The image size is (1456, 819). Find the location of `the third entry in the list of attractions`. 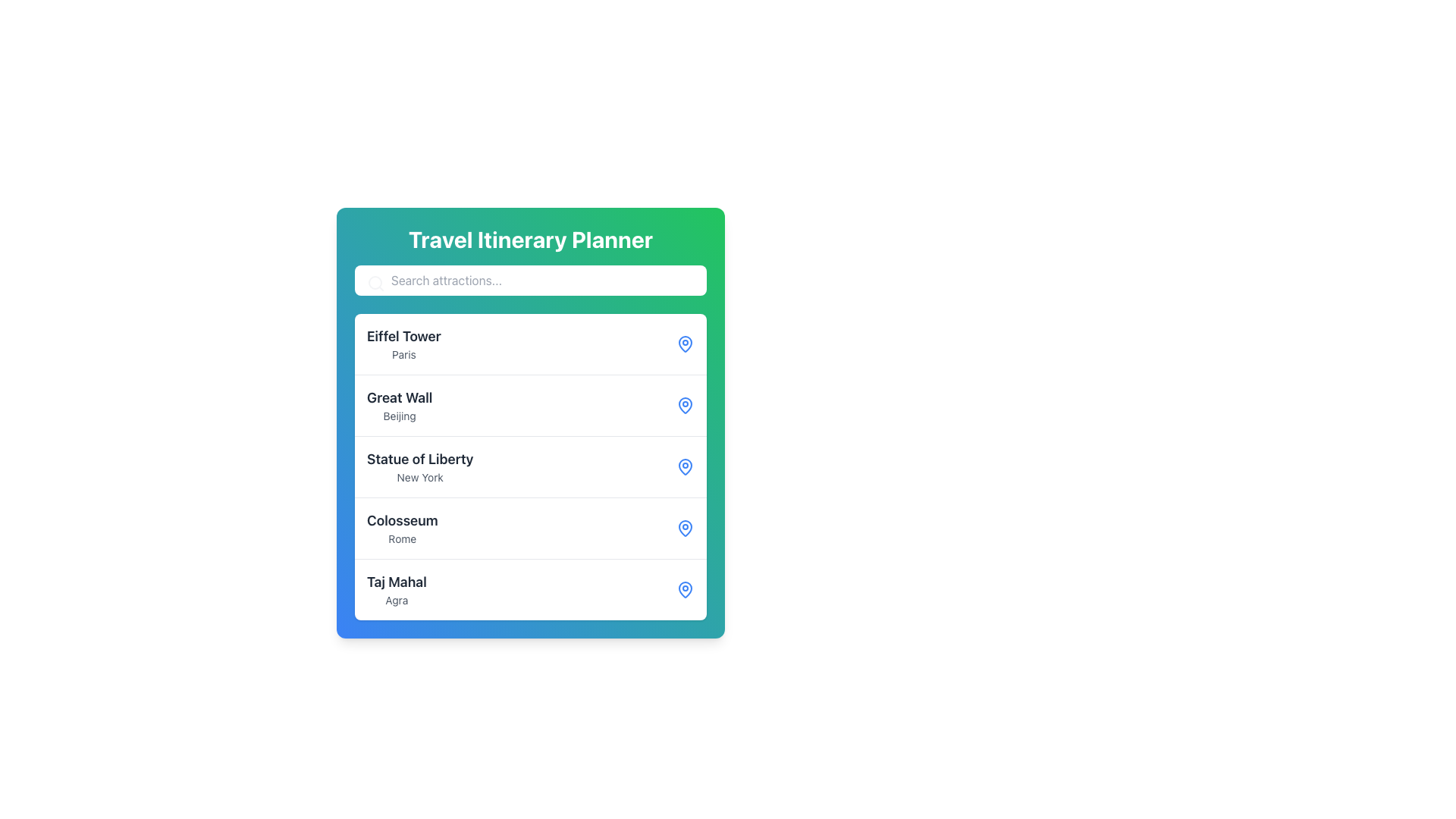

the third entry in the list of attractions is located at coordinates (531, 465).